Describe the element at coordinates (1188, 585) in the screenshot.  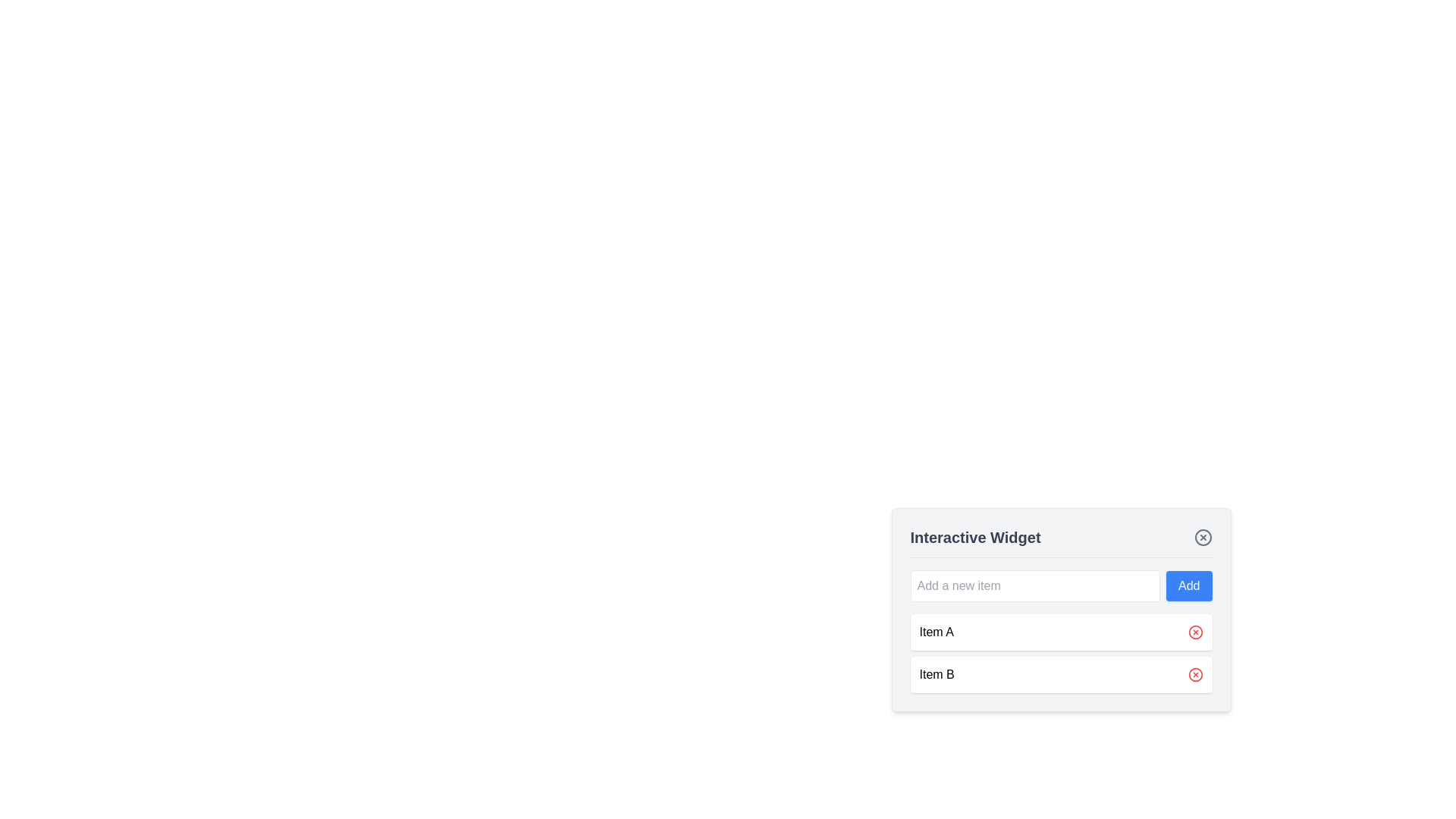
I see `the blue button labeled 'Add' to change its appearance to a darker blue` at that location.